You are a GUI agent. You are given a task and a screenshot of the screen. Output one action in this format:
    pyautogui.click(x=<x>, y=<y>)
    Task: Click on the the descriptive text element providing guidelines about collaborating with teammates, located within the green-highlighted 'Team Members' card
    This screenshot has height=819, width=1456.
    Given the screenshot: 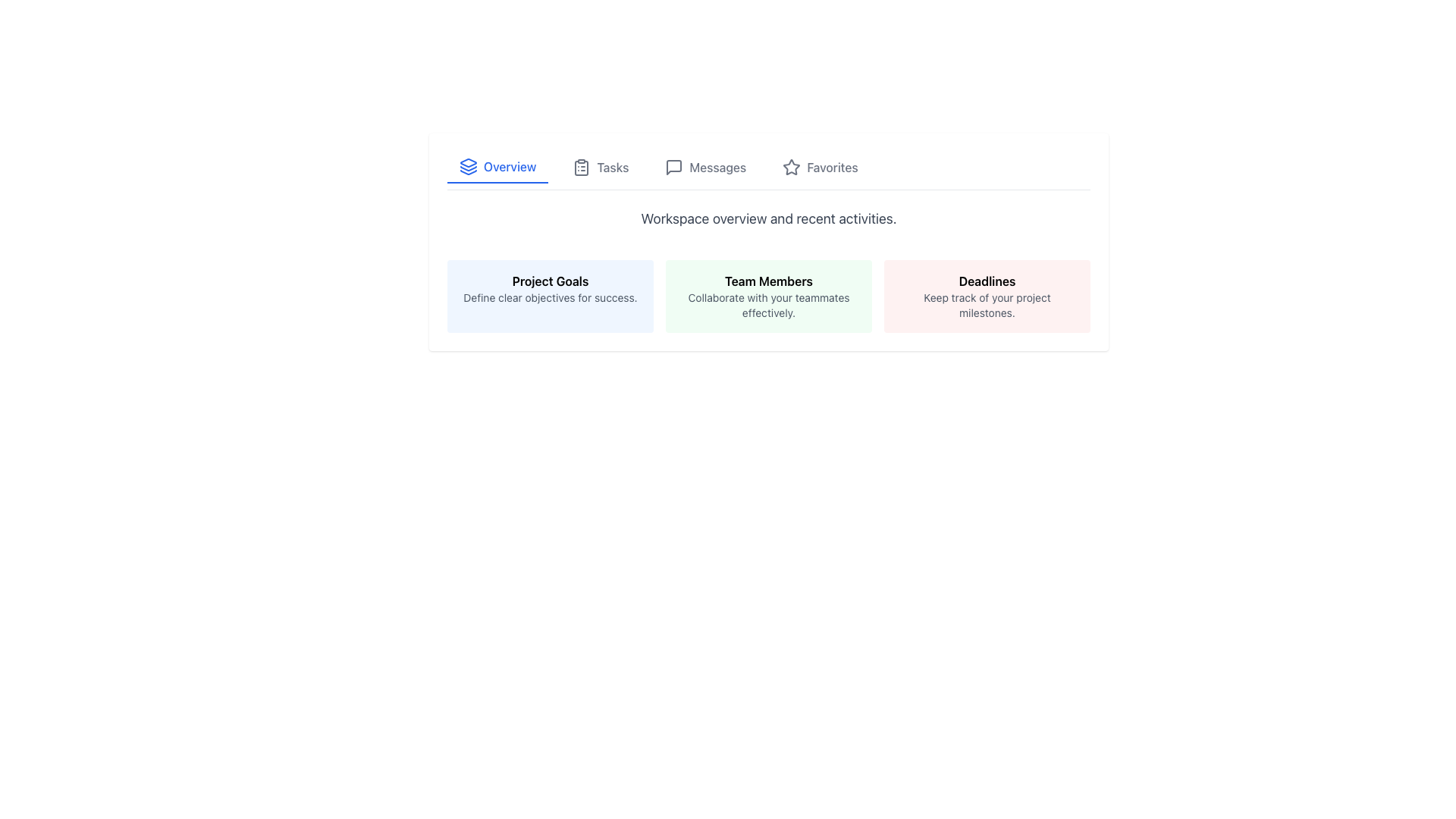 What is the action you would take?
    pyautogui.click(x=768, y=305)
    